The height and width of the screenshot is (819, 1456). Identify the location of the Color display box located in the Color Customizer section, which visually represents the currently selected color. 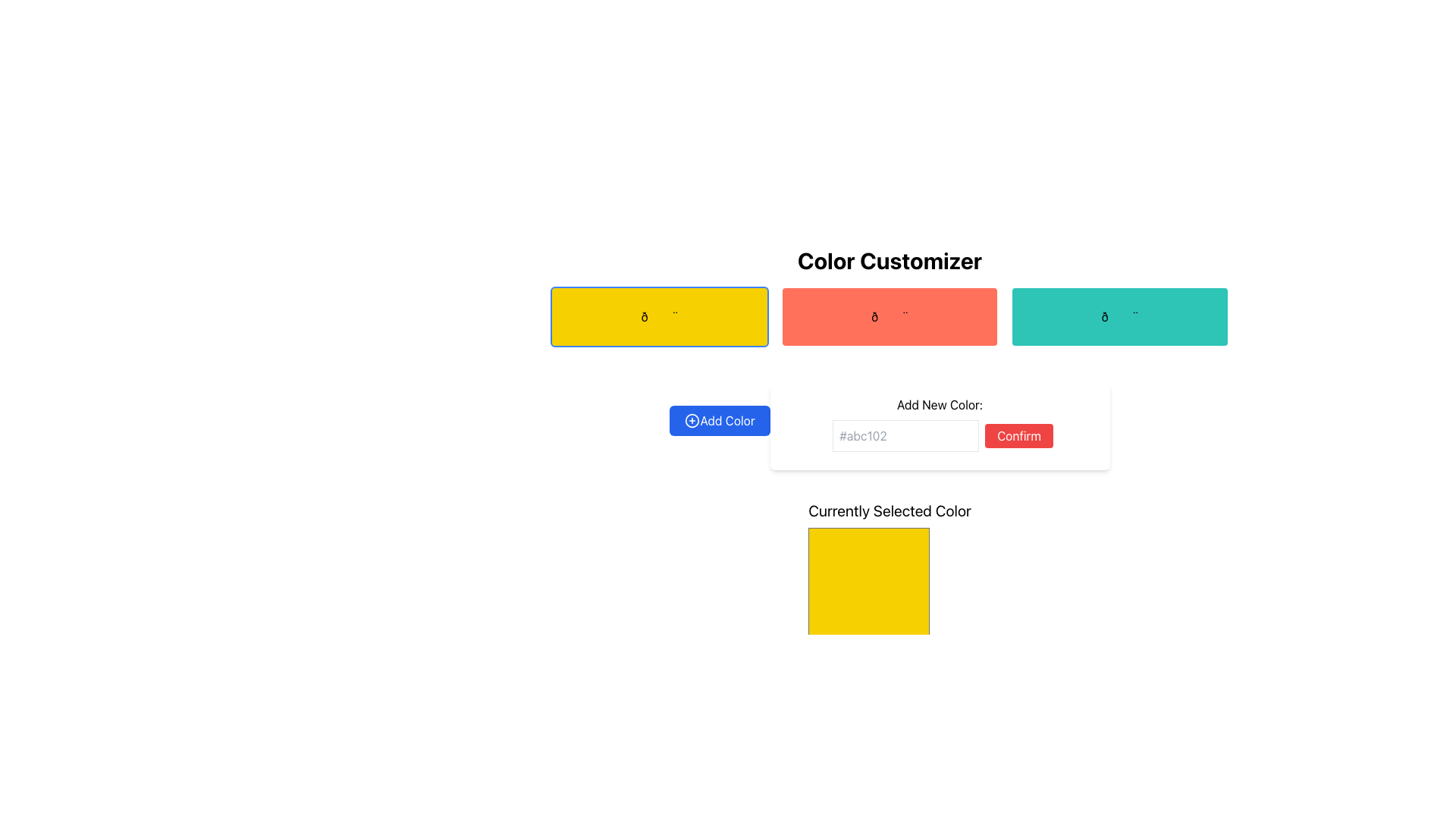
(890, 575).